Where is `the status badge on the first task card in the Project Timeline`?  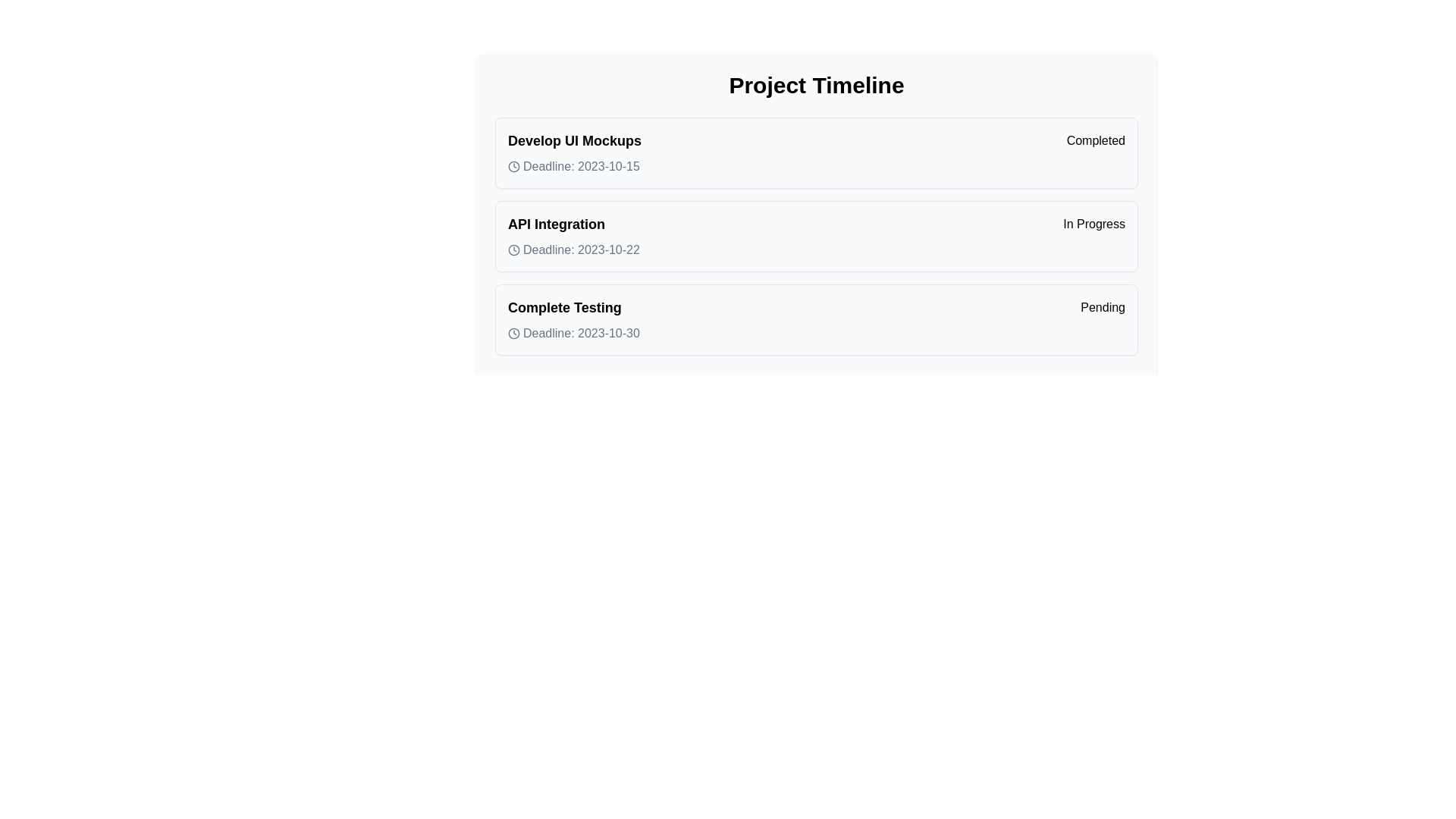 the status badge on the first task card in the Project Timeline is located at coordinates (815, 152).